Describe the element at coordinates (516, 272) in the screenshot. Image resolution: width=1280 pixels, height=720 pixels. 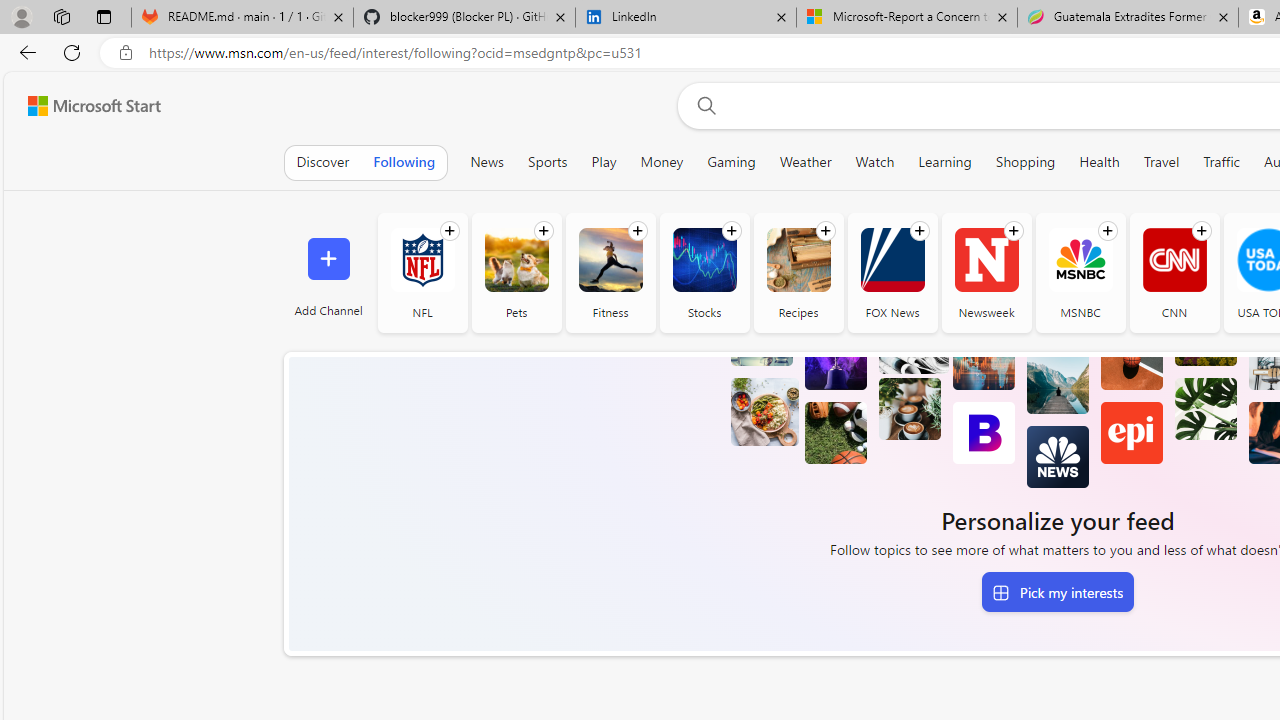
I see `'Pets'` at that location.